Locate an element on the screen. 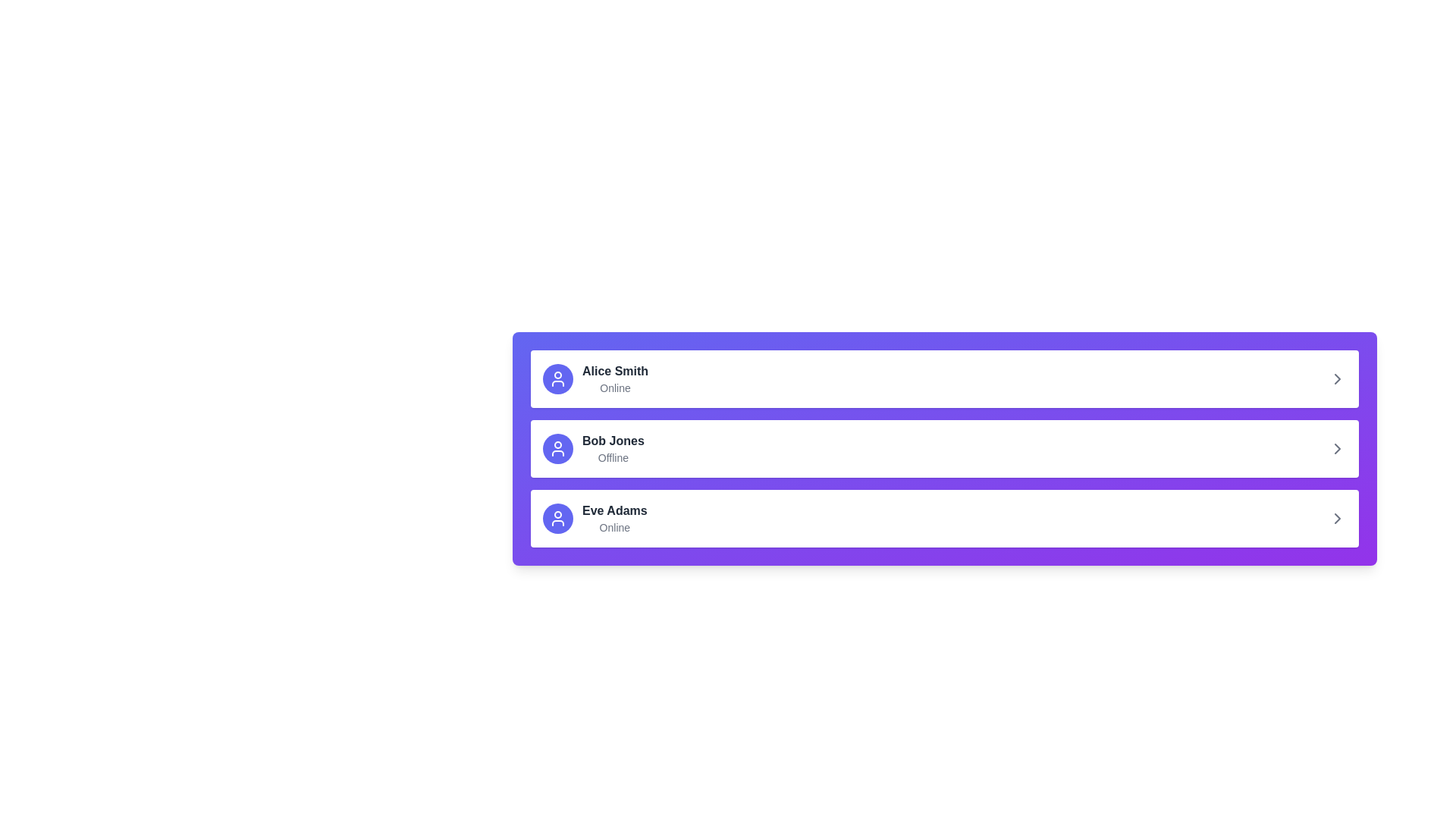 The width and height of the screenshot is (1456, 819). the label displaying the individual's name, which is positioned at the top of the card in the third position of a vertical list is located at coordinates (614, 511).